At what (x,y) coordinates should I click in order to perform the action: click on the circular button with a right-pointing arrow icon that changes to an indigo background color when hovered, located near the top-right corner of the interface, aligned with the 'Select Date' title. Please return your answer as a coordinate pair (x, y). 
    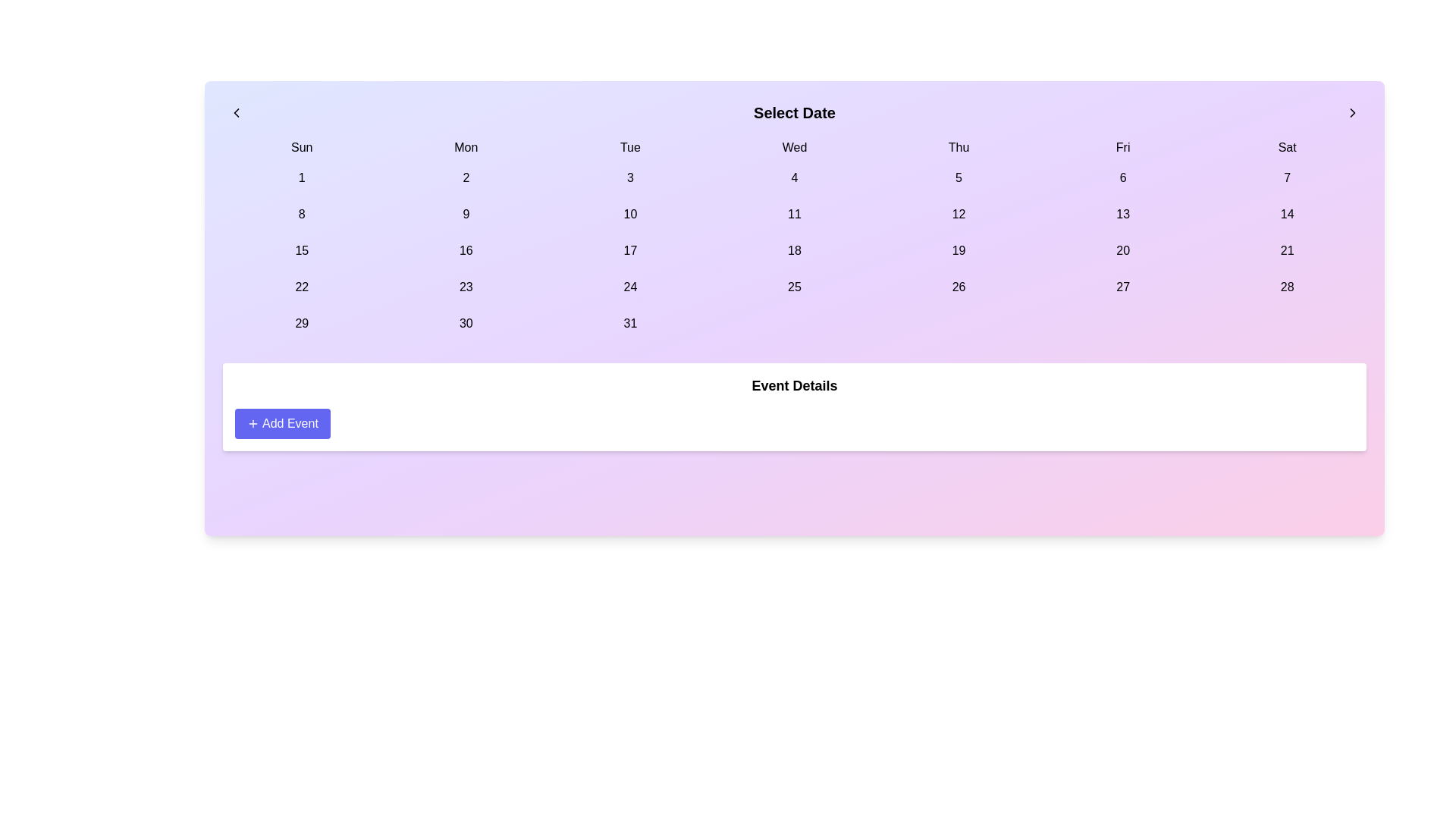
    Looking at the image, I should click on (1353, 112).